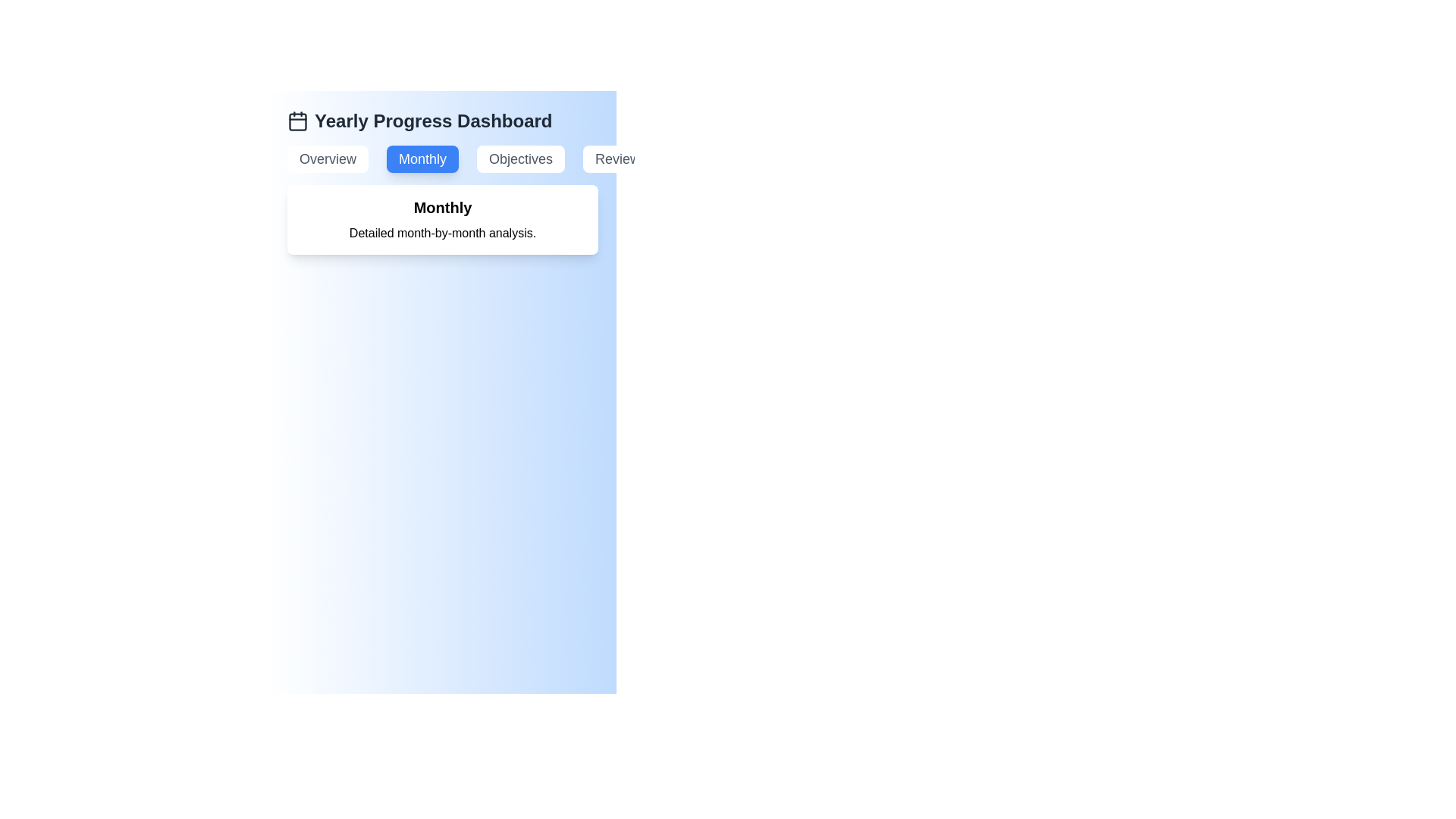 Image resolution: width=1456 pixels, height=819 pixels. I want to click on the Review tab by clicking on its corresponding button, so click(617, 158).